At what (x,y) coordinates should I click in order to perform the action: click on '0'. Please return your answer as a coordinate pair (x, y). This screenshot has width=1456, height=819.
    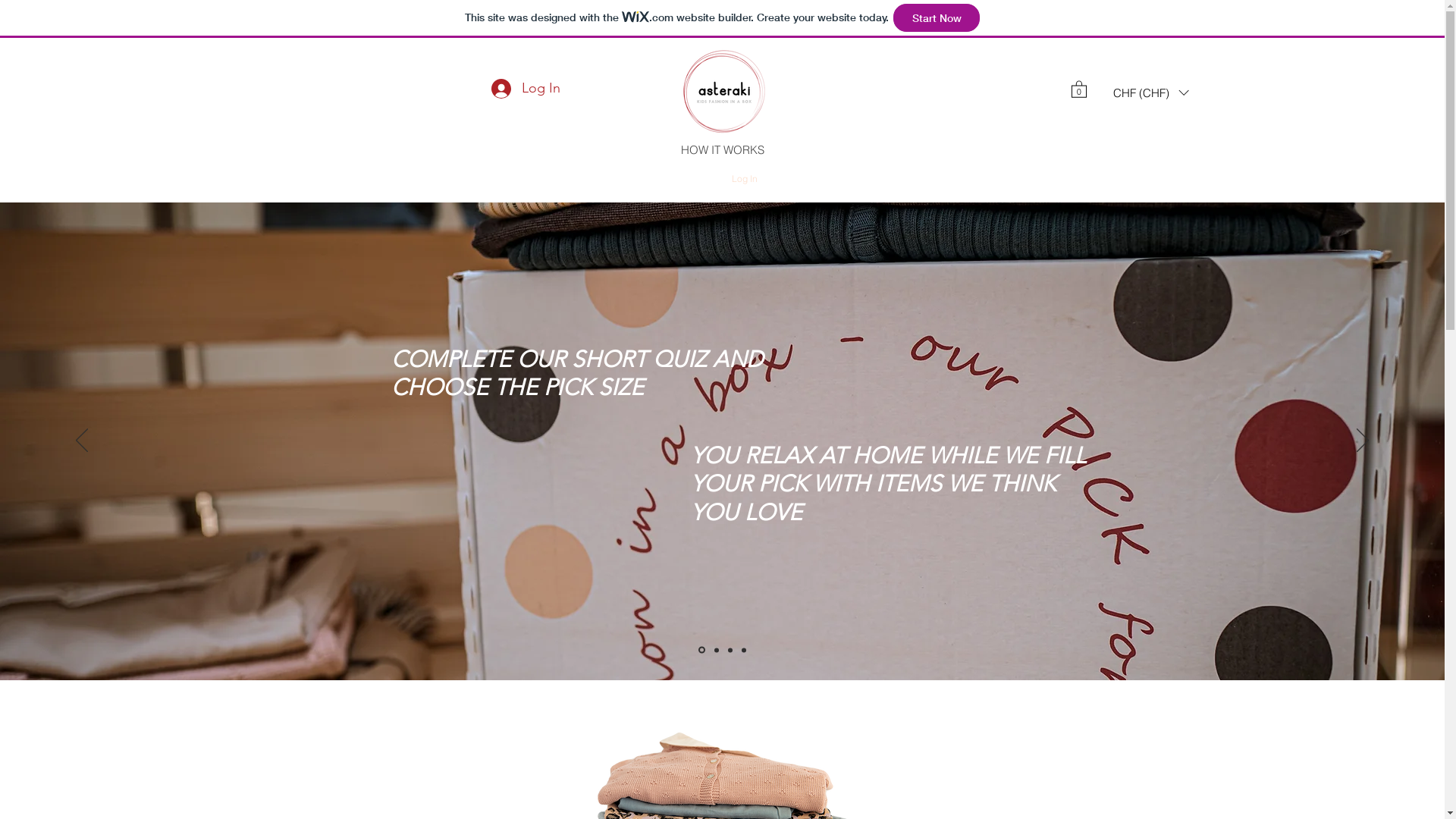
    Looking at the image, I should click on (1077, 88).